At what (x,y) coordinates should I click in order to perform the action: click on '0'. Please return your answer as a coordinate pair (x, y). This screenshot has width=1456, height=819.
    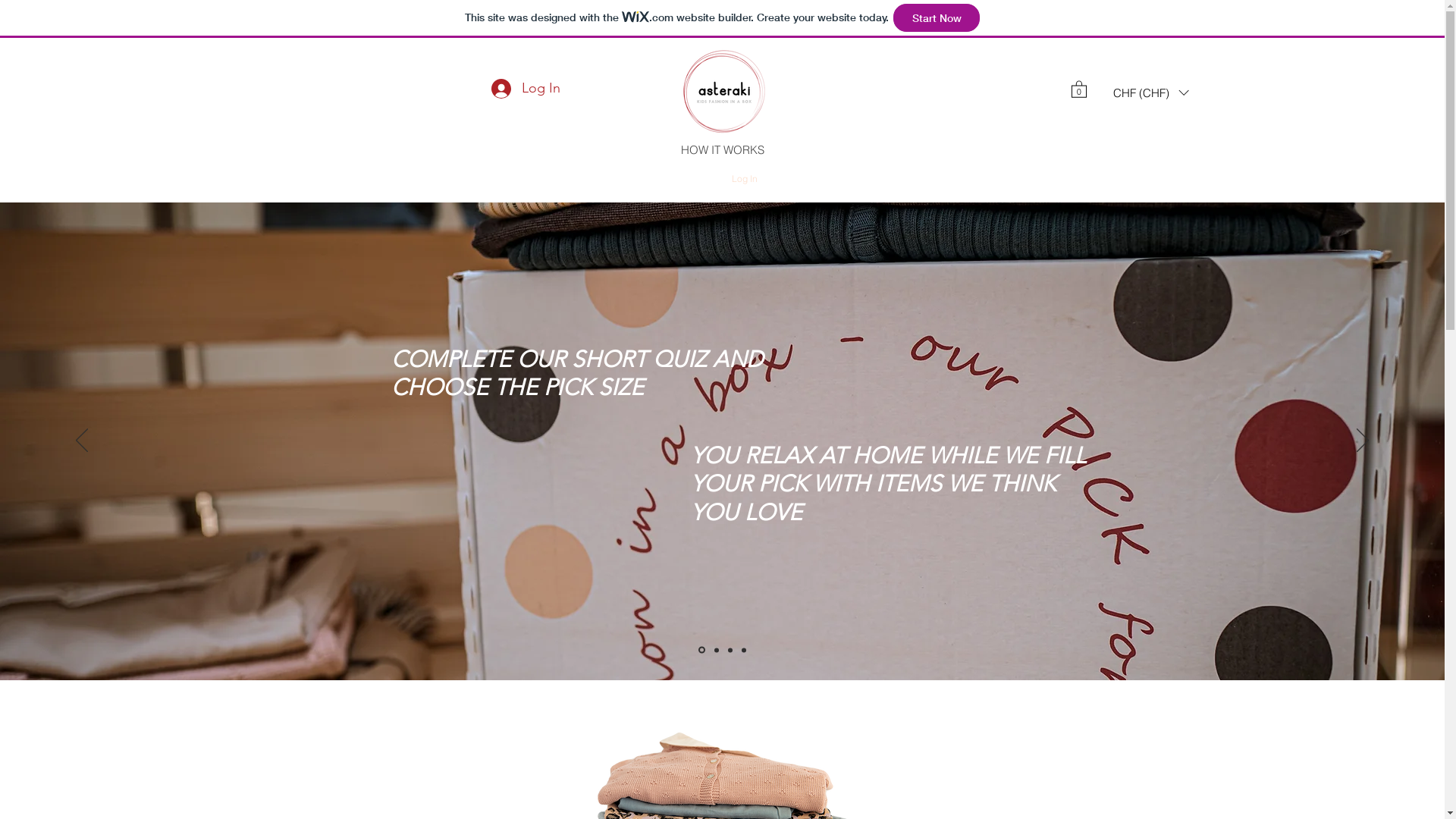
    Looking at the image, I should click on (1077, 88).